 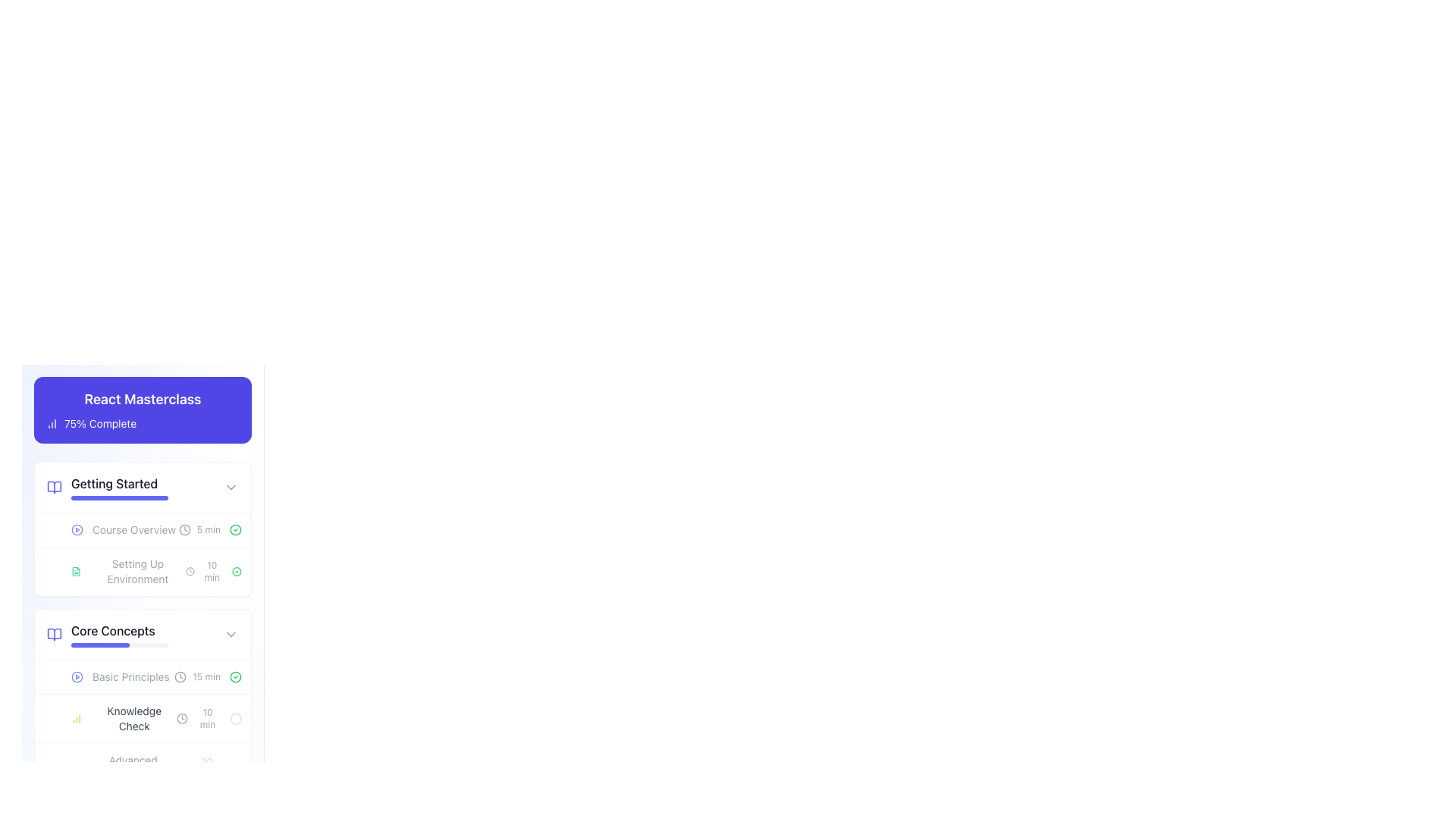 What do you see at coordinates (133, 768) in the screenshot?
I see `the Text label indicating a section title under 'Core Concepts' in the left sidebar, positioned after the play button icon` at bounding box center [133, 768].